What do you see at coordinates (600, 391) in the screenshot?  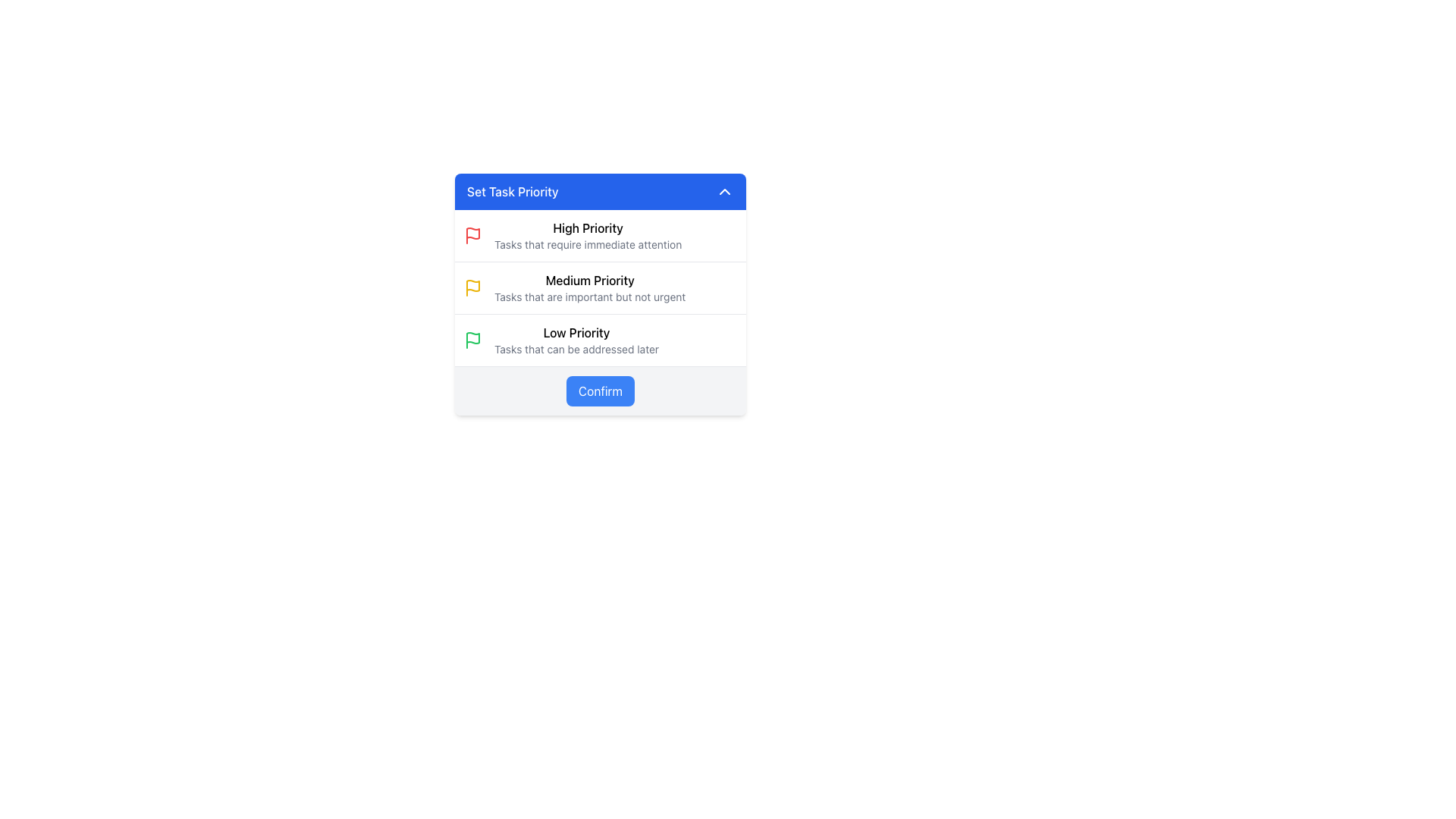 I see `the blue rectangular button labeled 'Confirm' to change its background color, located at the center of the bottom section of the modal dialog` at bounding box center [600, 391].